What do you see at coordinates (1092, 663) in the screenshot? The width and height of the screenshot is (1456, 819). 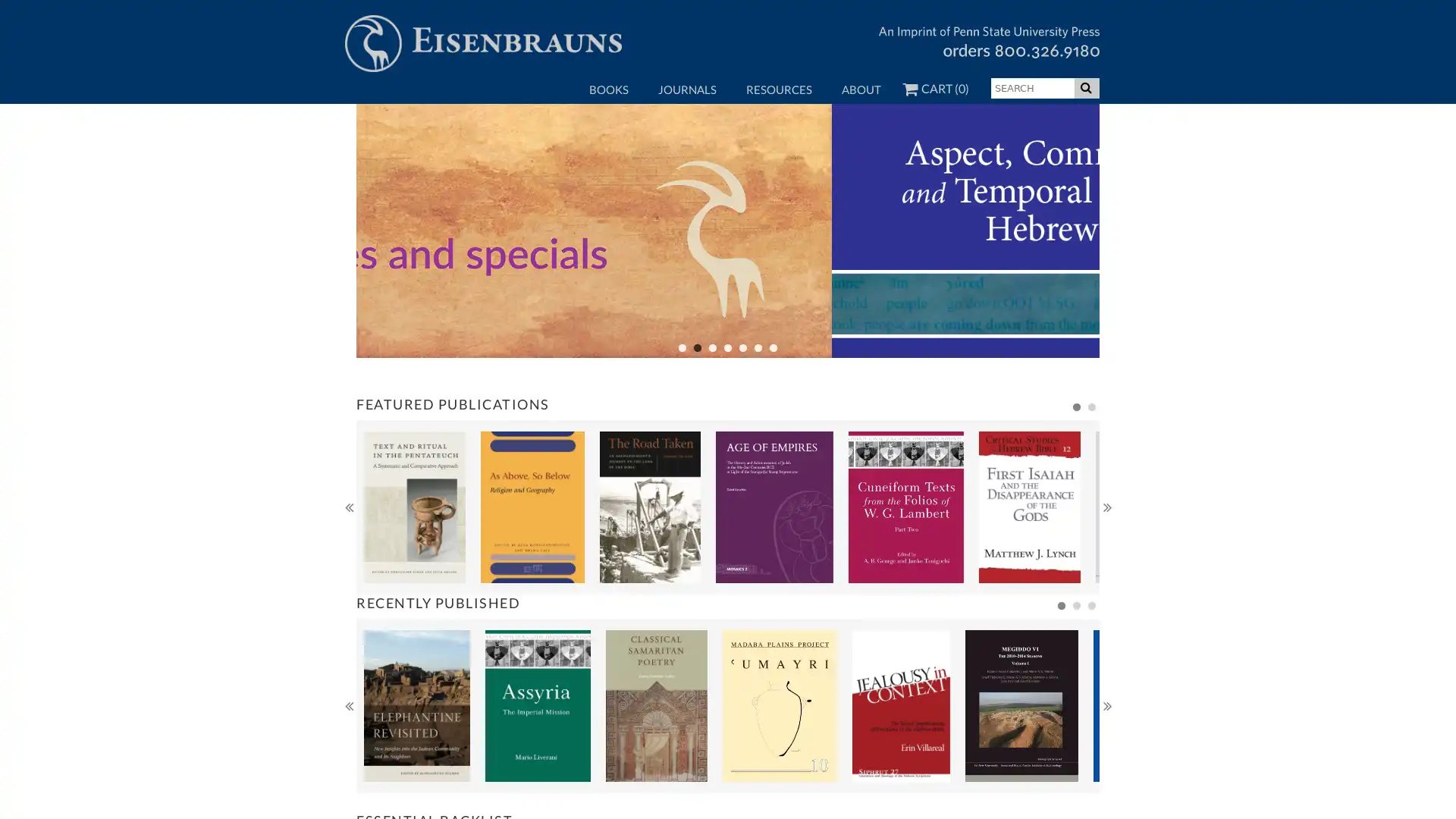 I see `3` at bounding box center [1092, 663].